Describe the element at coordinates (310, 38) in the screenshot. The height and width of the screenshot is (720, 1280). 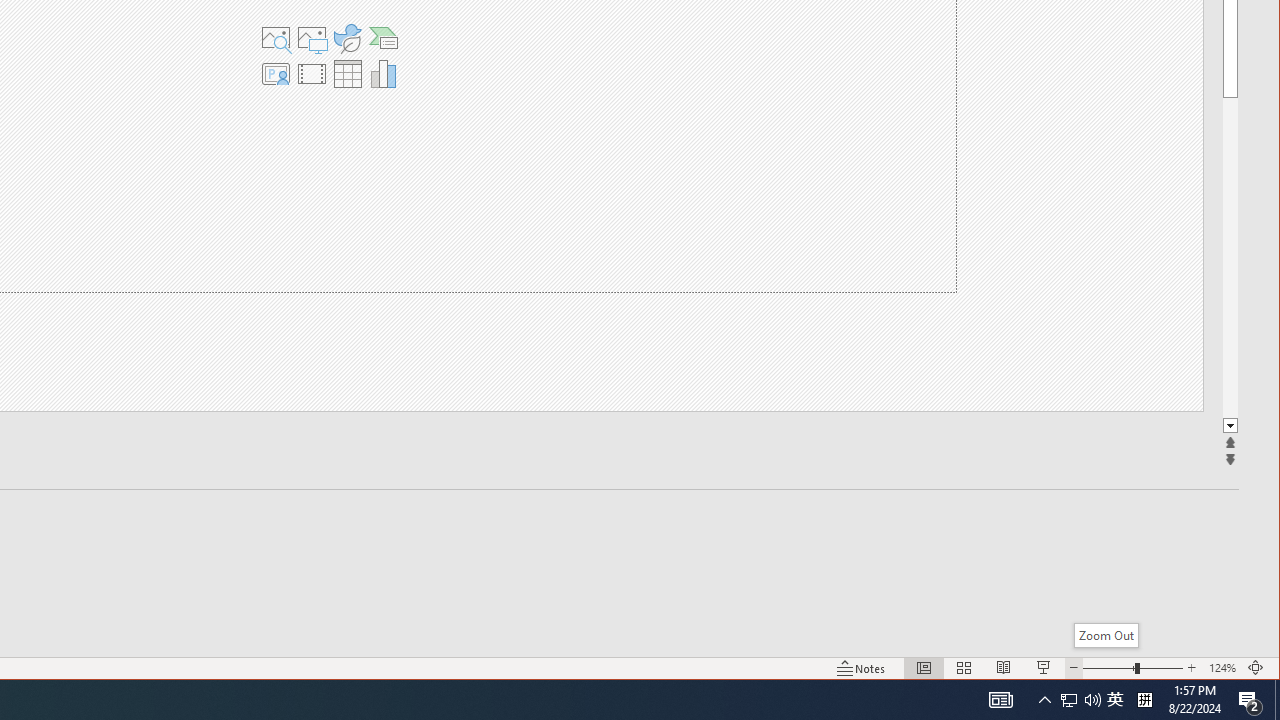
I see `'Pictures'` at that location.